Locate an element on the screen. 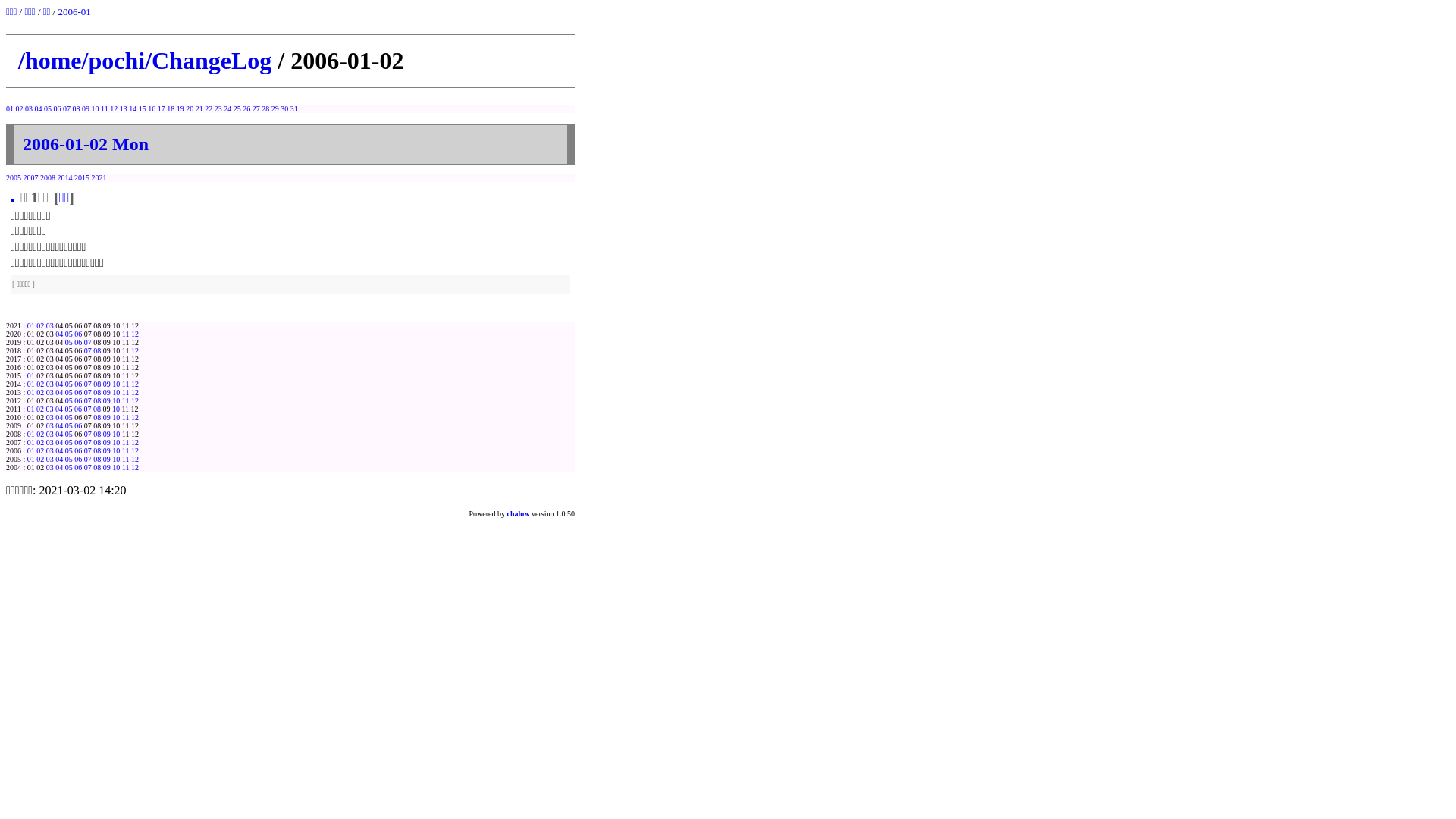  '12' is located at coordinates (130, 350).